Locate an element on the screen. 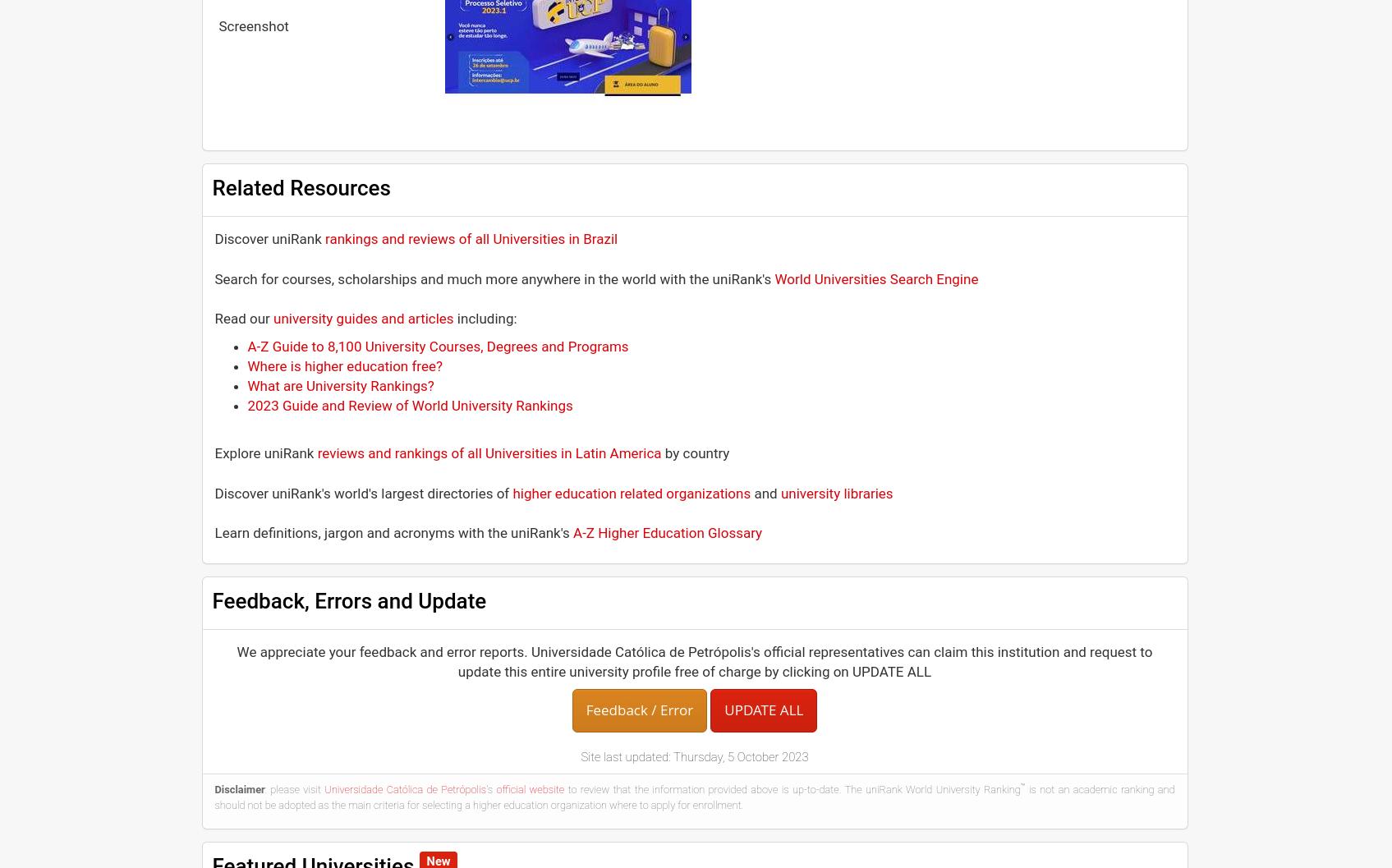 The width and height of the screenshot is (1392, 868). 'A-Z Higher Education Glossary' is located at coordinates (667, 532).